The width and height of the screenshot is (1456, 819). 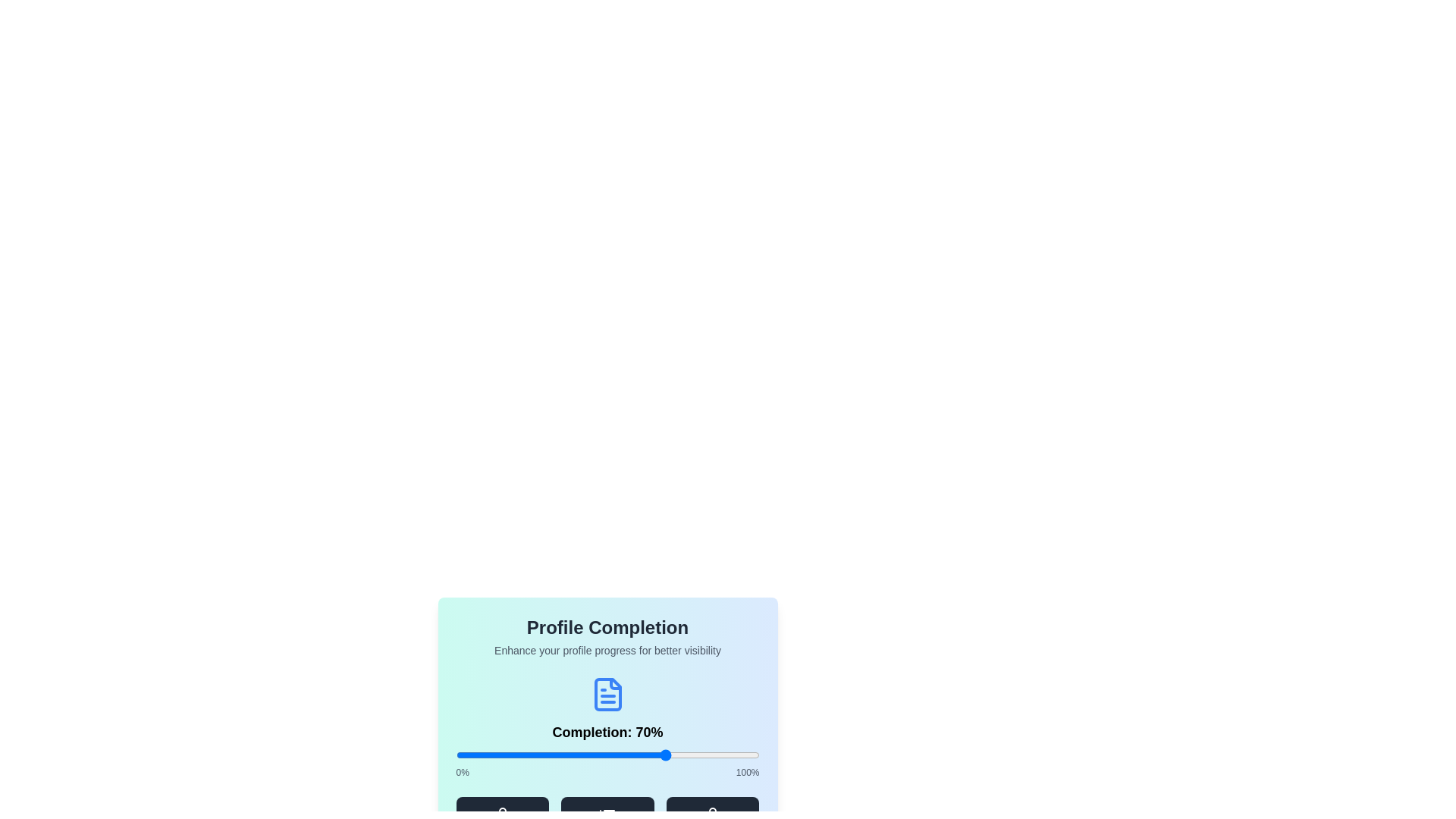 What do you see at coordinates (607, 755) in the screenshot?
I see `the thumb of the horizontal range slider located below the text 'Completion: 70%'` at bounding box center [607, 755].